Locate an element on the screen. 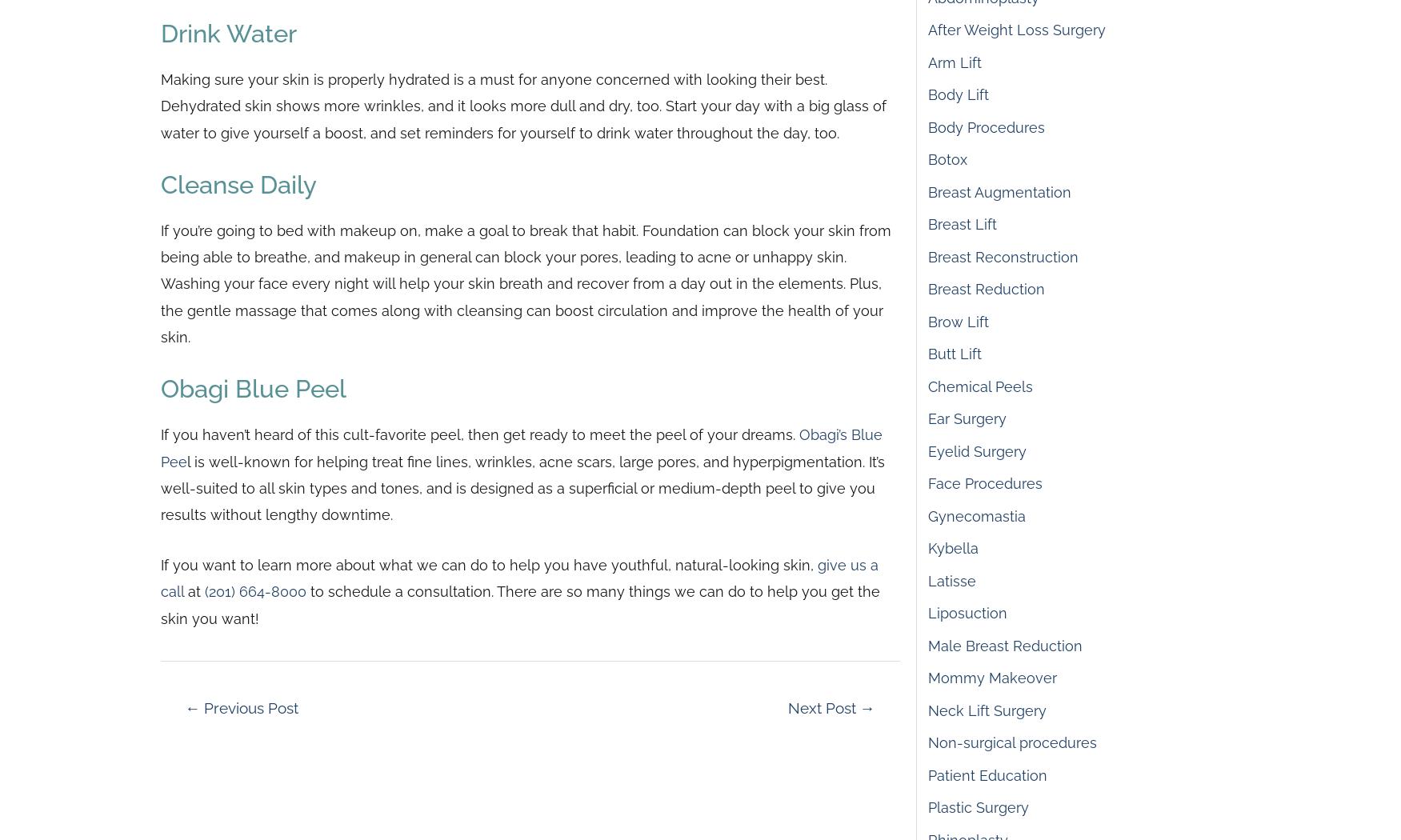 Image resolution: width=1401 pixels, height=840 pixels. 'Quick Links' is located at coordinates (413, 351).